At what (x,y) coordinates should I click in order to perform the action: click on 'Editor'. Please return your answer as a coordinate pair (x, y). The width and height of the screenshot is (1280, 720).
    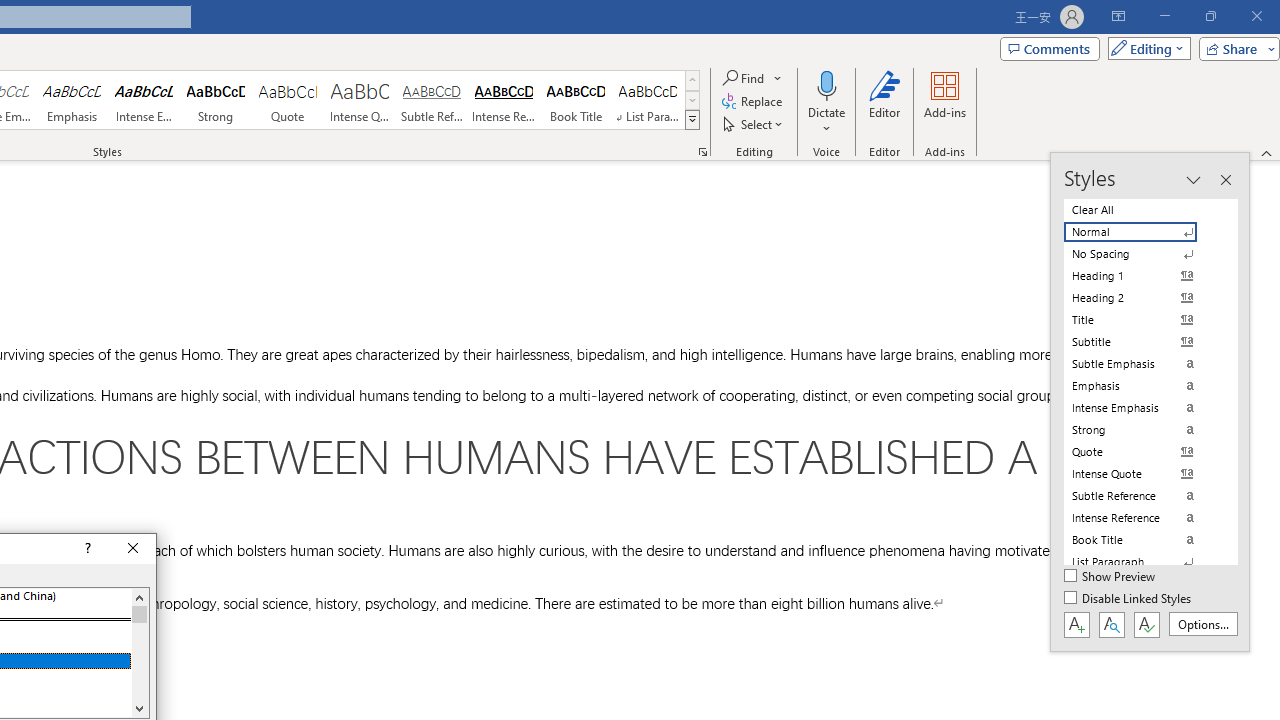
    Looking at the image, I should click on (884, 103).